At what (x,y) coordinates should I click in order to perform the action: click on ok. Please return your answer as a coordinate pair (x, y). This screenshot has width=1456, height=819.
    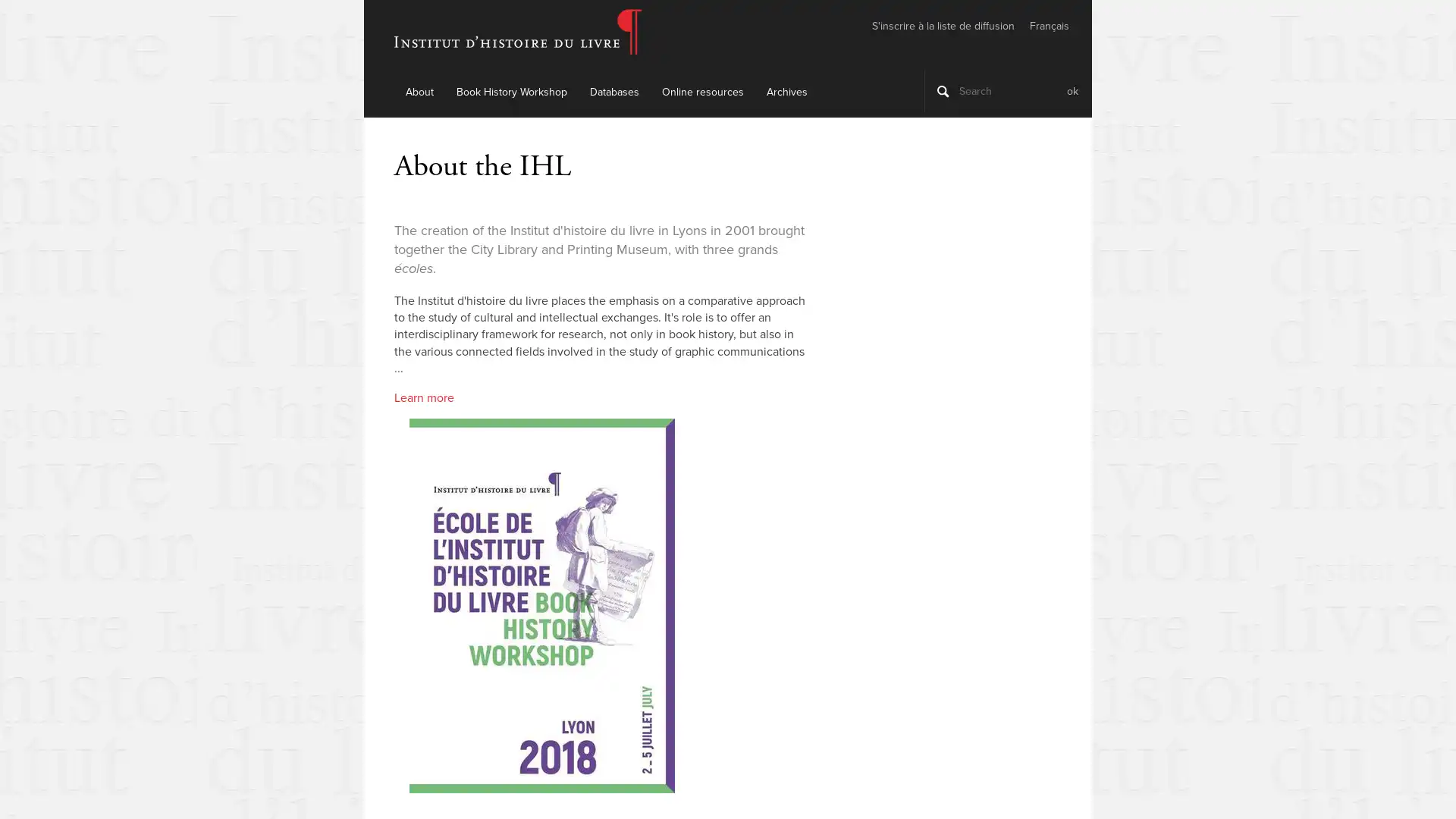
    Looking at the image, I should click on (1072, 90).